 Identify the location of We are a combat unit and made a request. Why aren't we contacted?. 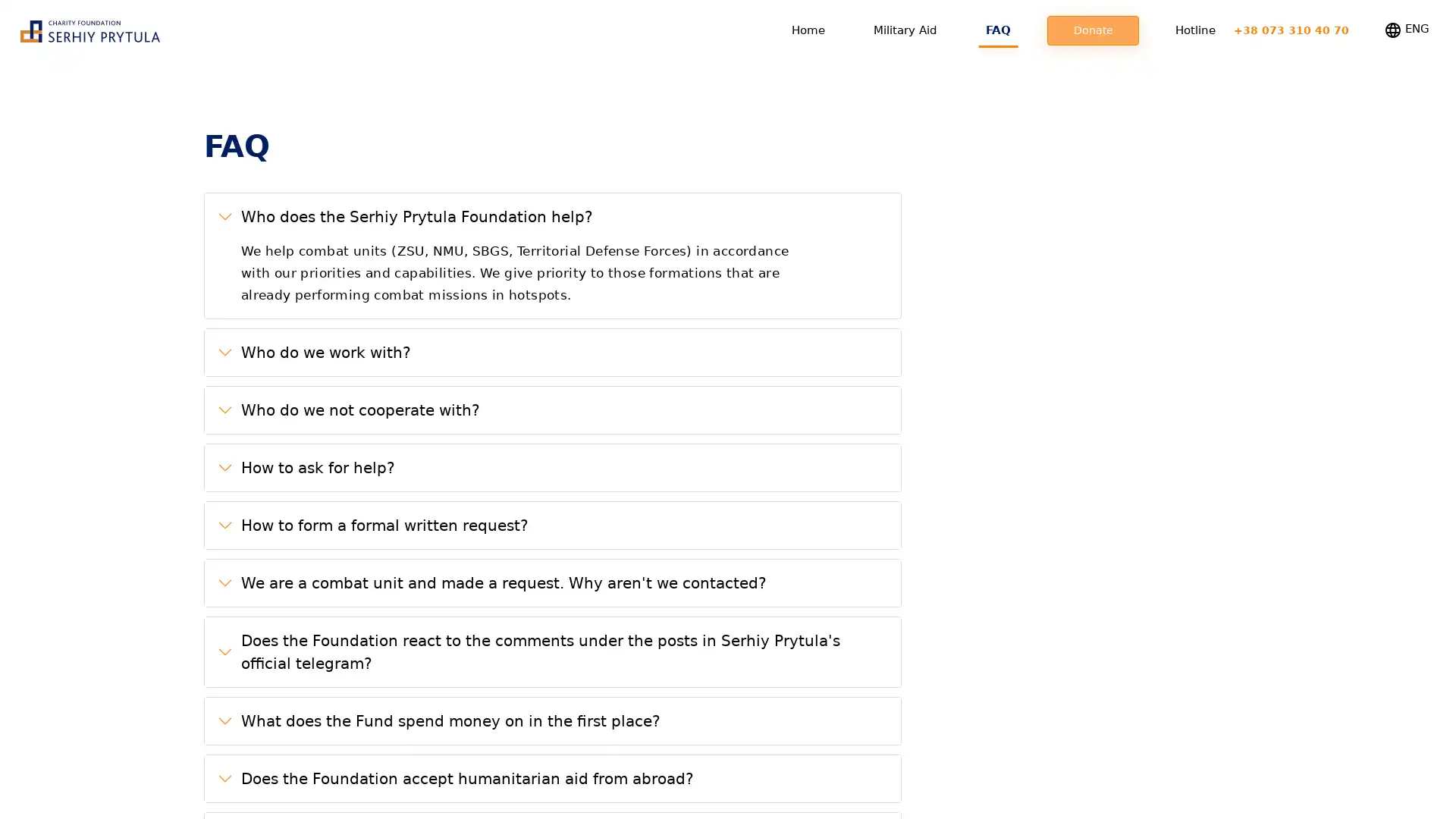
(551, 582).